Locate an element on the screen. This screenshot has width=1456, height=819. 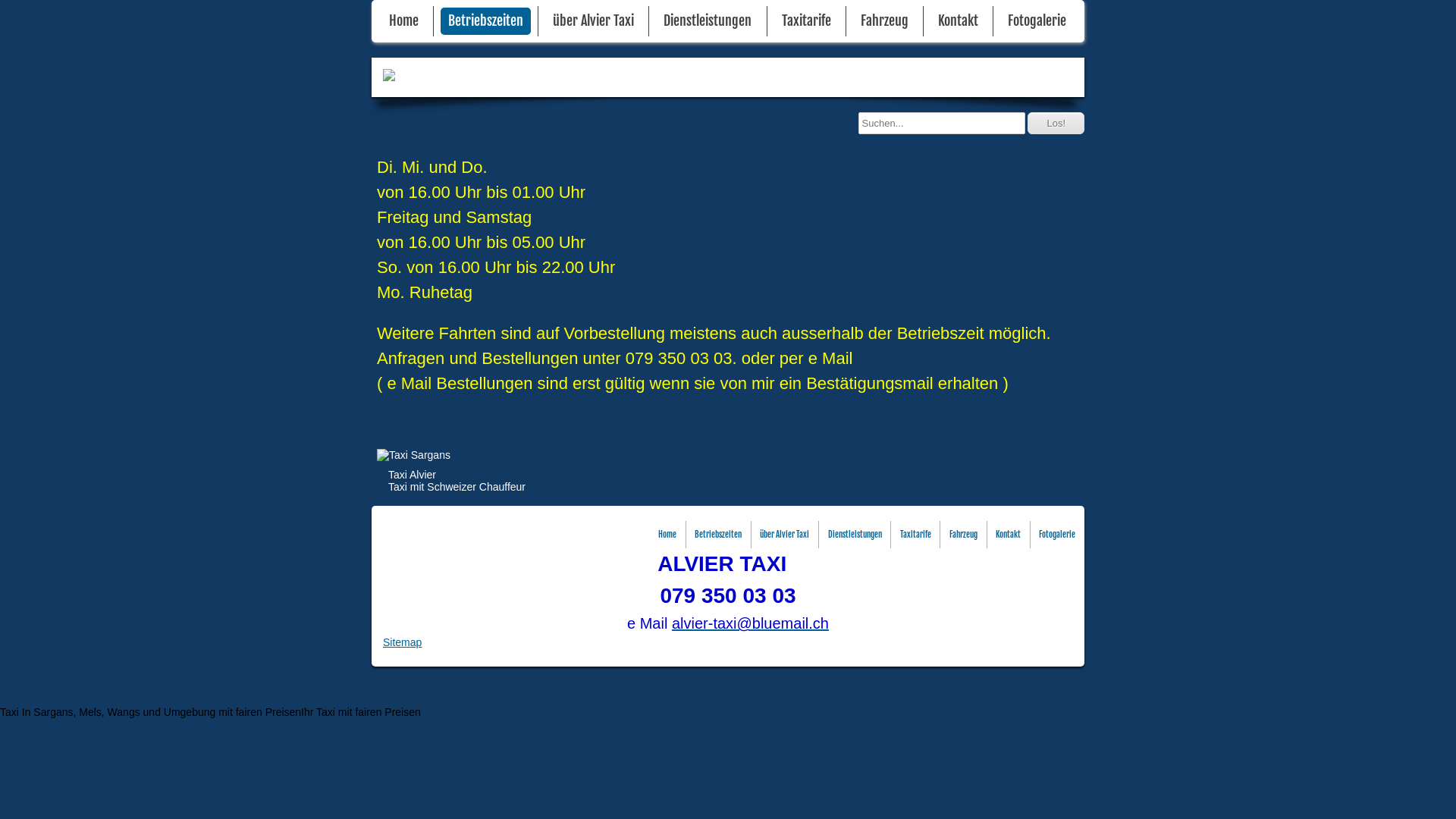
'Fahrzeug' is located at coordinates (852, 20).